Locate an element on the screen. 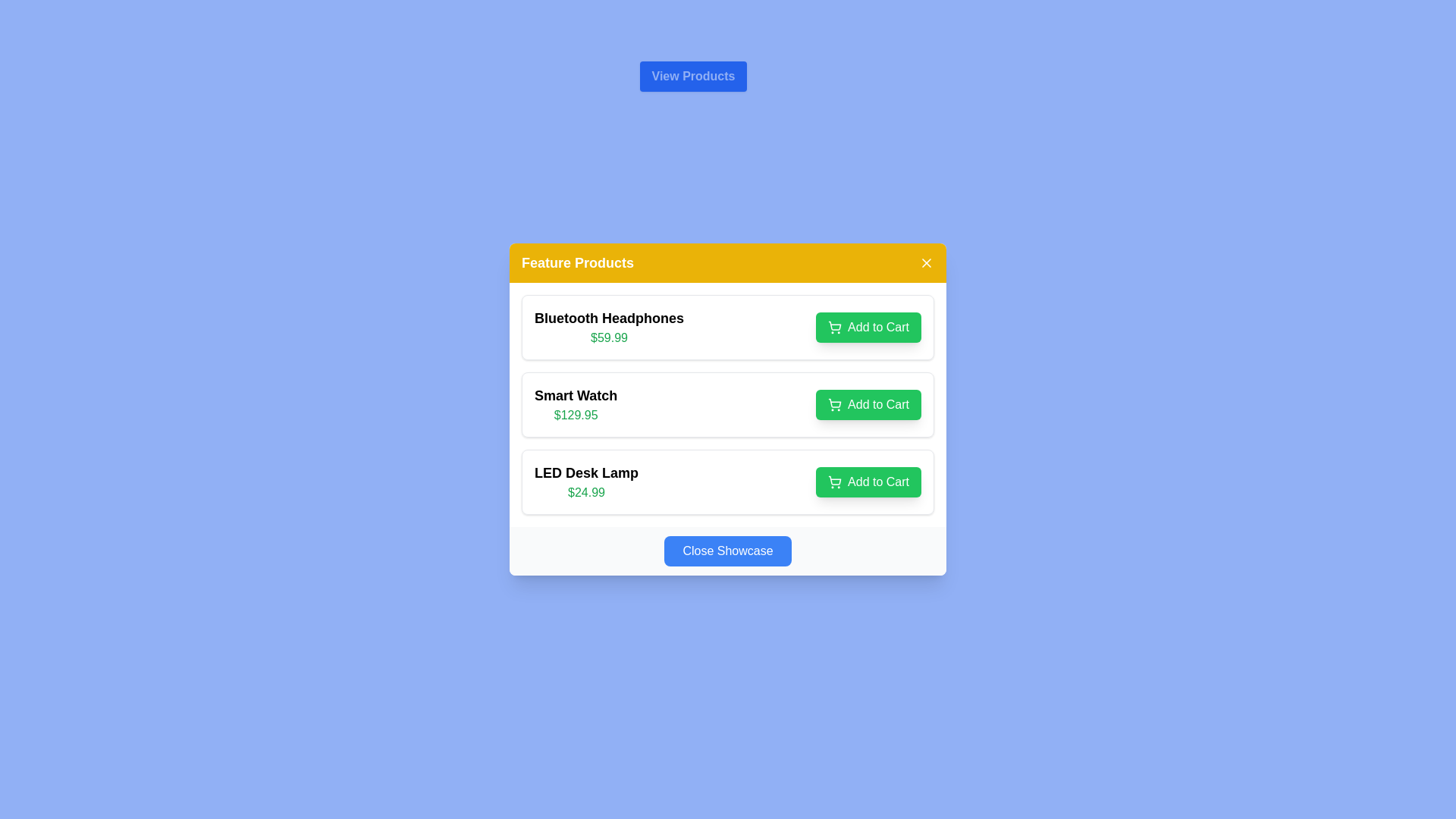 The image size is (1456, 819). the small button displaying a cross ('X') icon with a yellow background located at the top-right corner of the 'Feature Products' header is located at coordinates (926, 262).